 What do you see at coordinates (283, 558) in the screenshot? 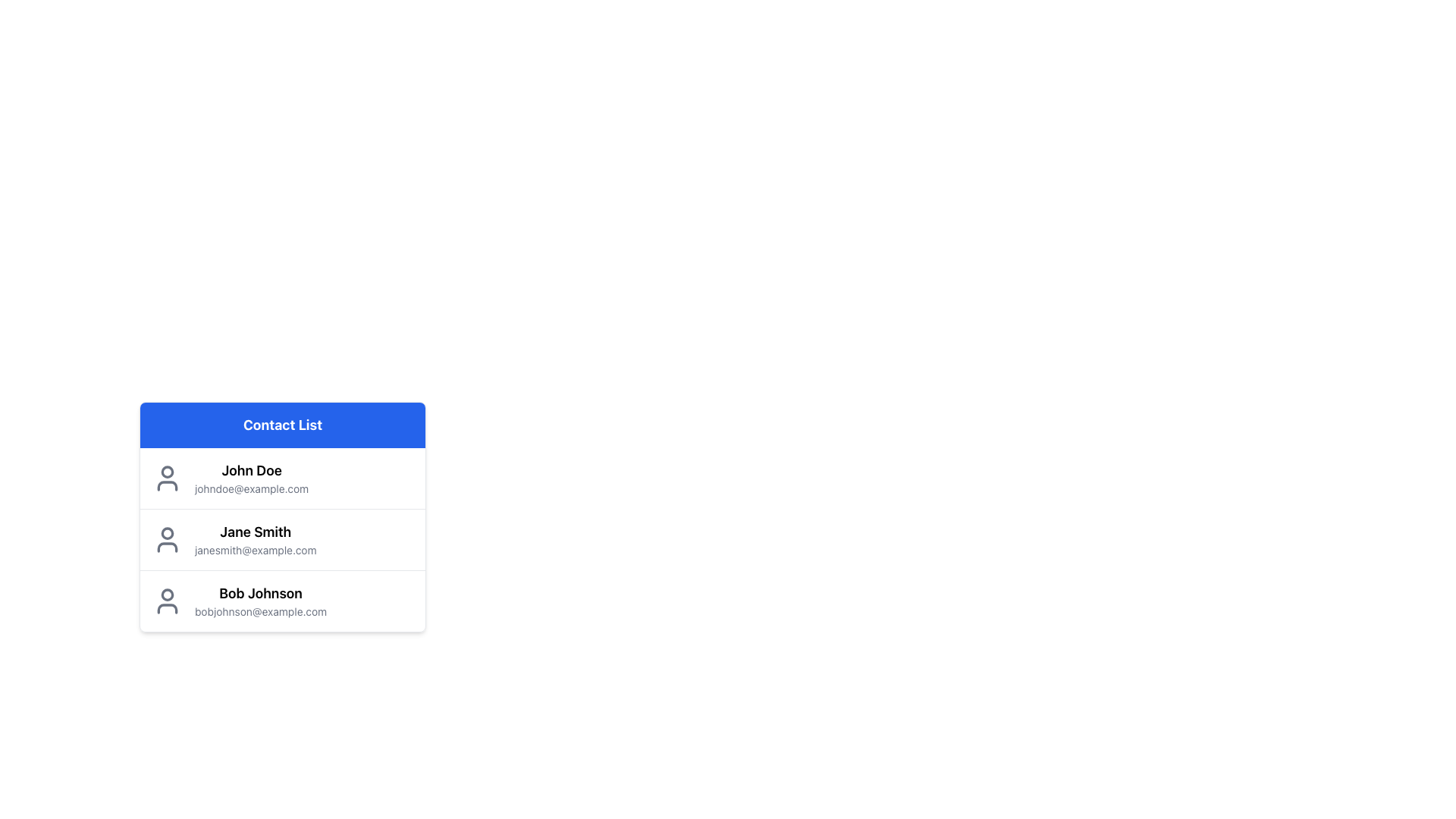
I see `the list item displaying the contact details for 'Jane Smith'` at bounding box center [283, 558].